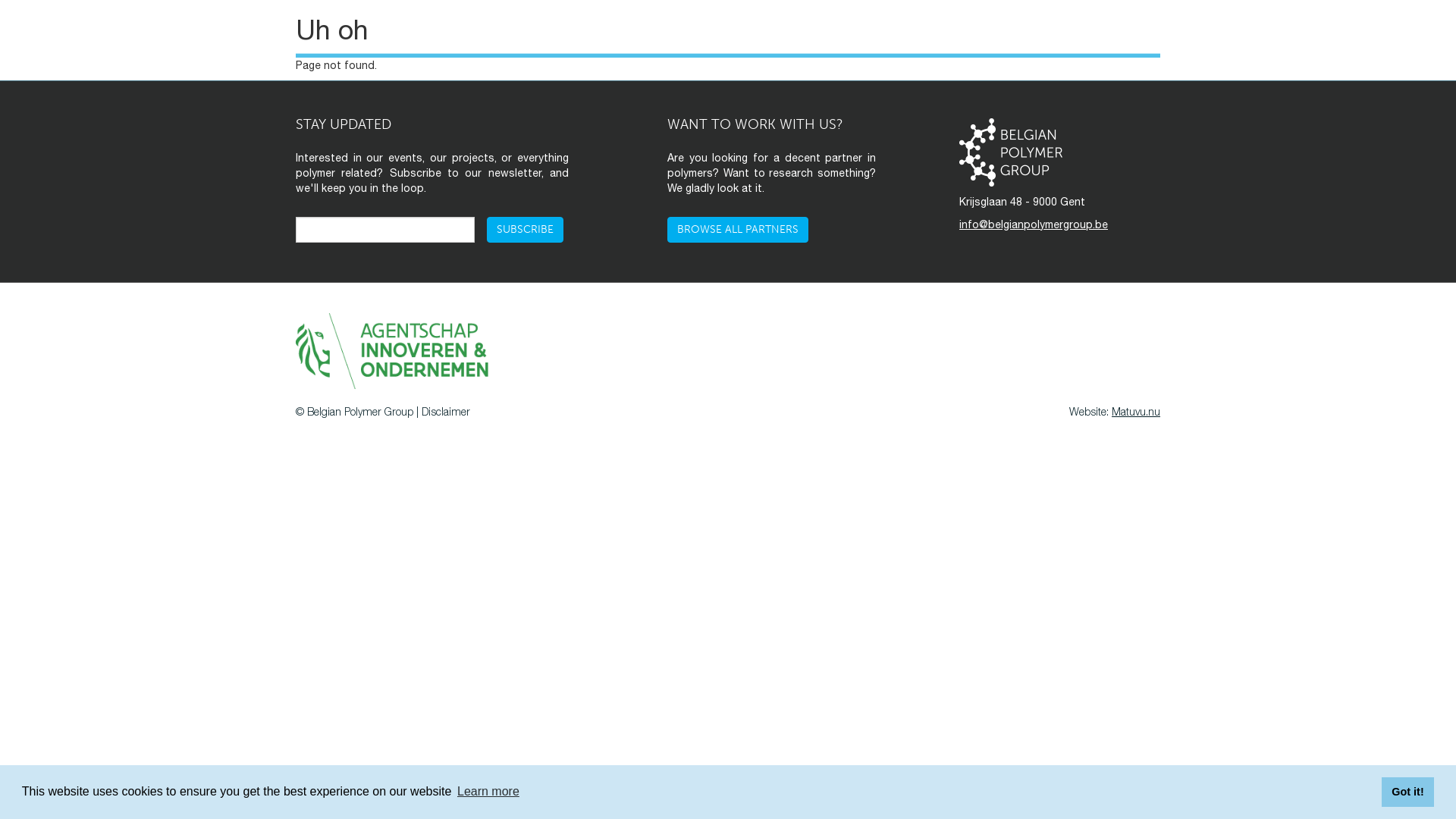  I want to click on 'info@belgianpolymergroup.be', so click(1033, 224).